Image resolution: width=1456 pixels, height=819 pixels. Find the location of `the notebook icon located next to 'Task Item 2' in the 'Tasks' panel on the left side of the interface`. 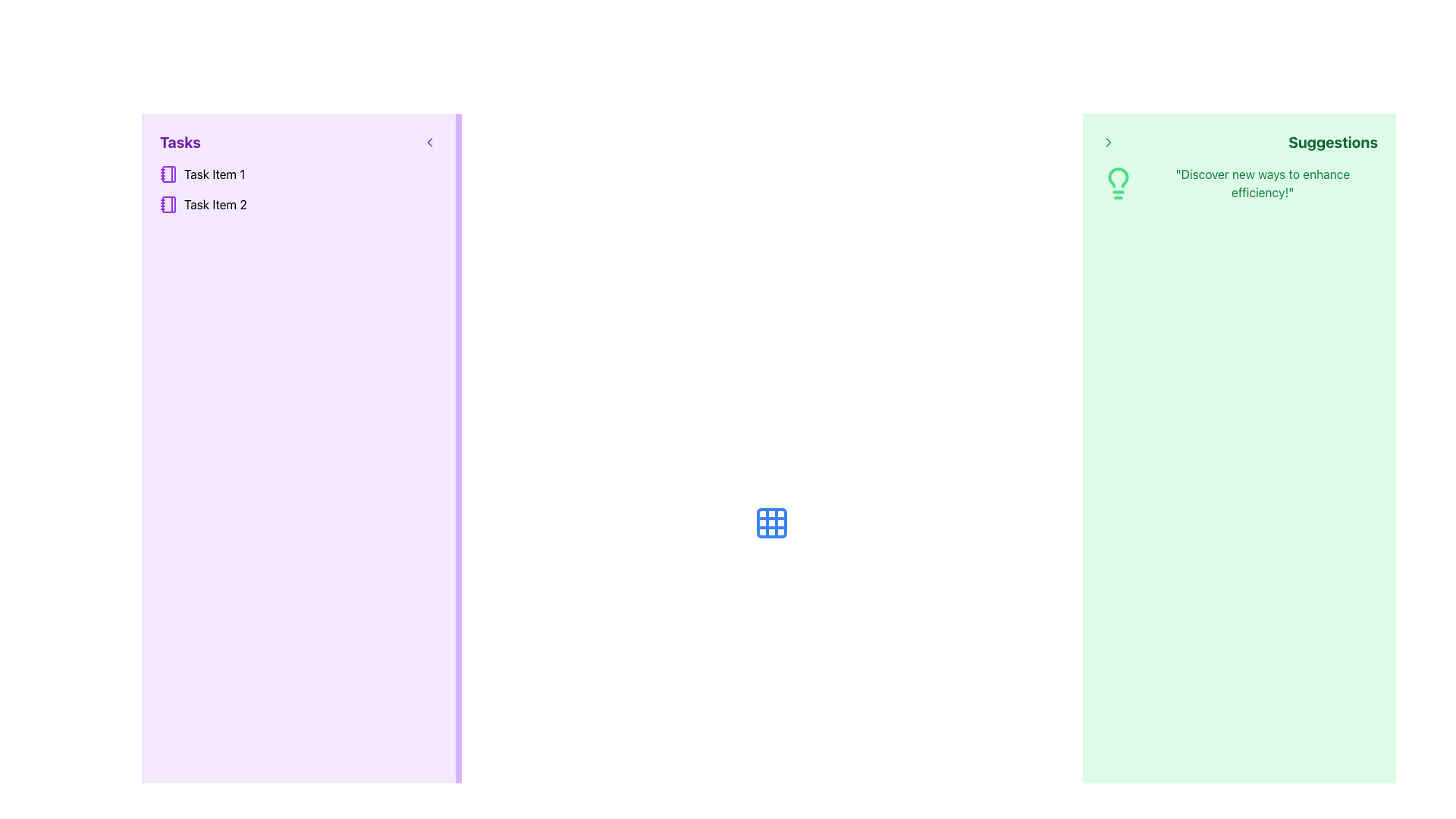

the notebook icon located next to 'Task Item 2' in the 'Tasks' panel on the left side of the interface is located at coordinates (168, 205).